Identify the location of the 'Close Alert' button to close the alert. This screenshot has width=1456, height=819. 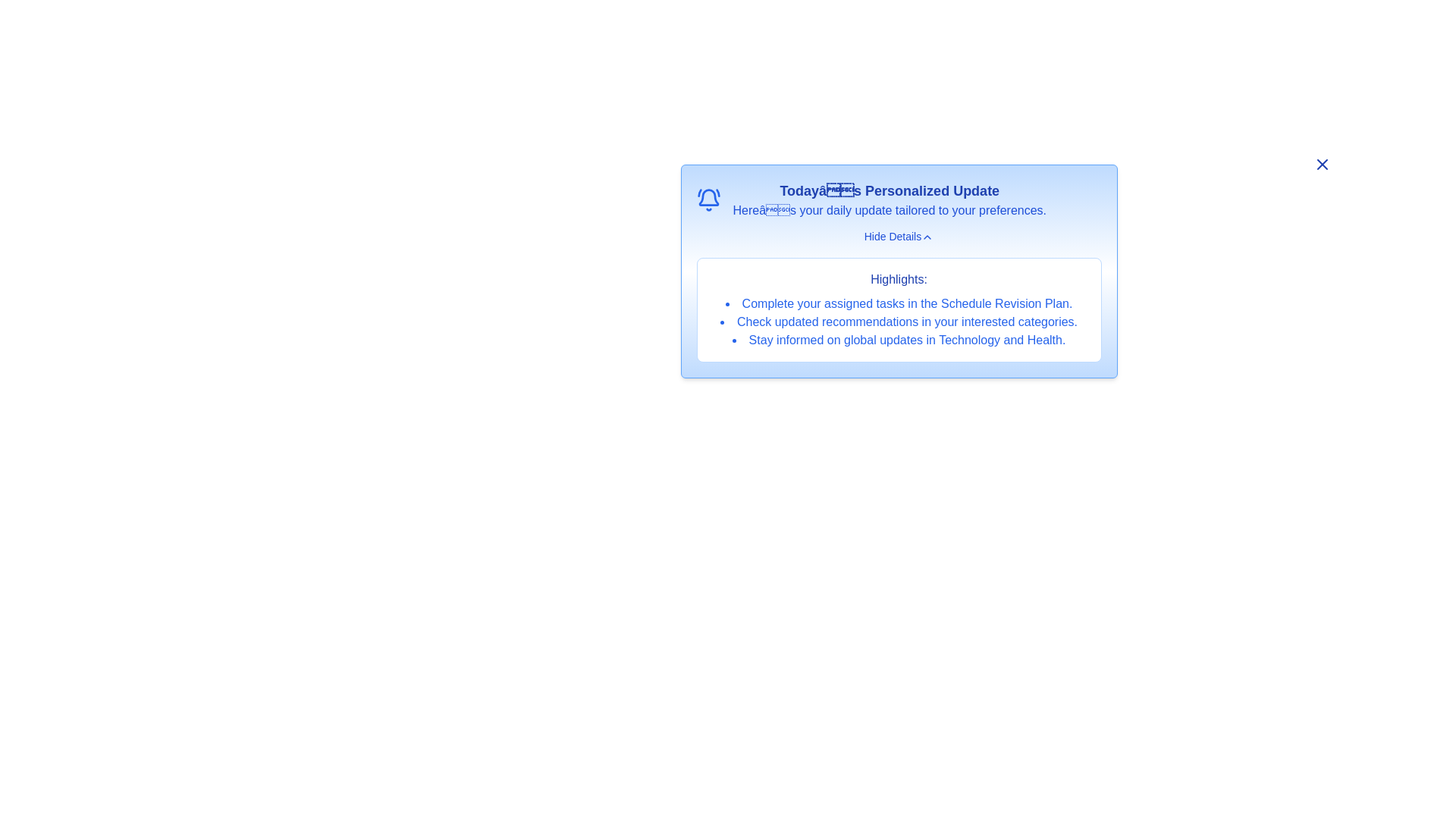
(1321, 164).